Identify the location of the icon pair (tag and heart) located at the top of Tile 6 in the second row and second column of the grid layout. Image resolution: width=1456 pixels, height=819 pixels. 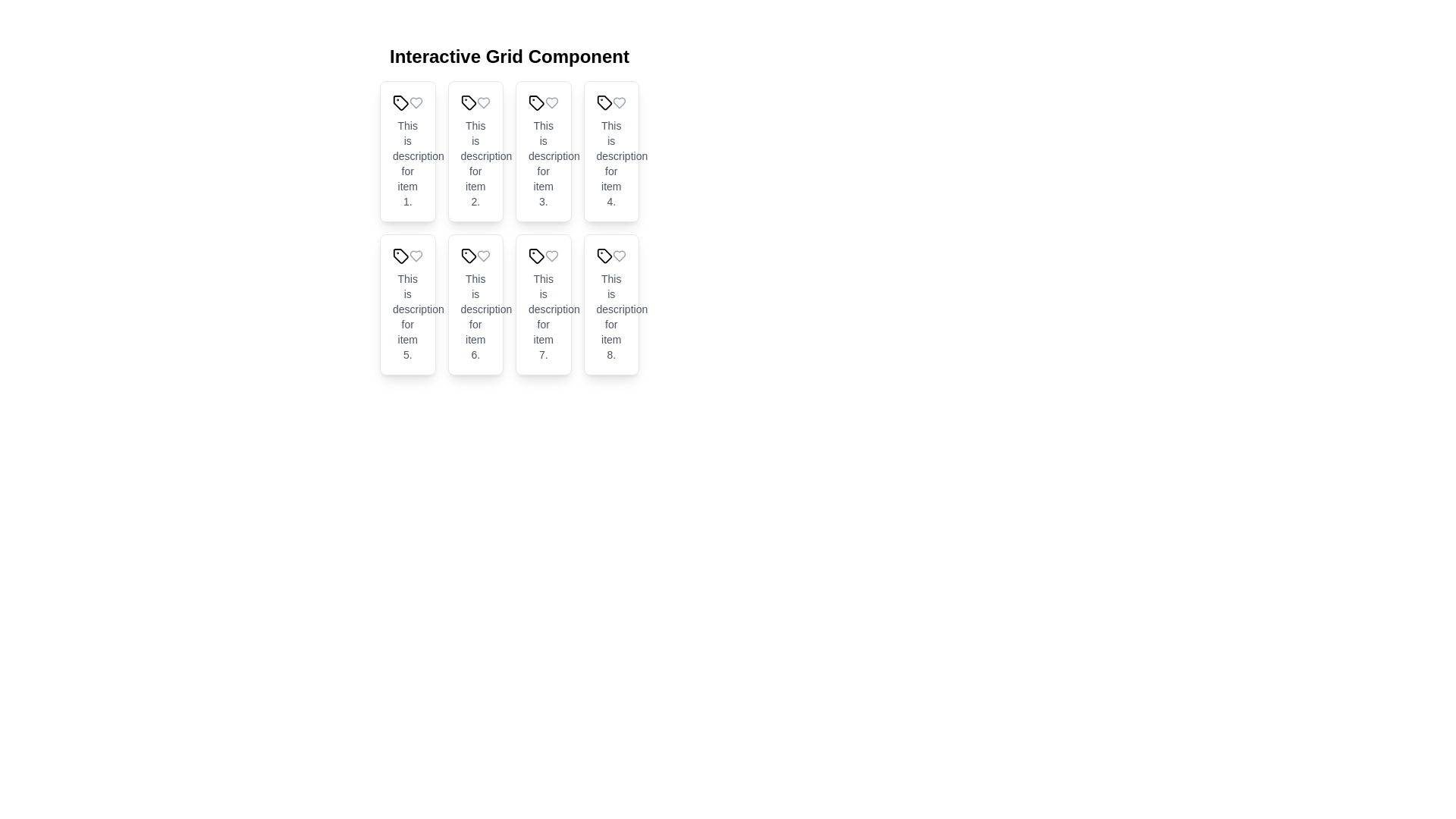
(475, 256).